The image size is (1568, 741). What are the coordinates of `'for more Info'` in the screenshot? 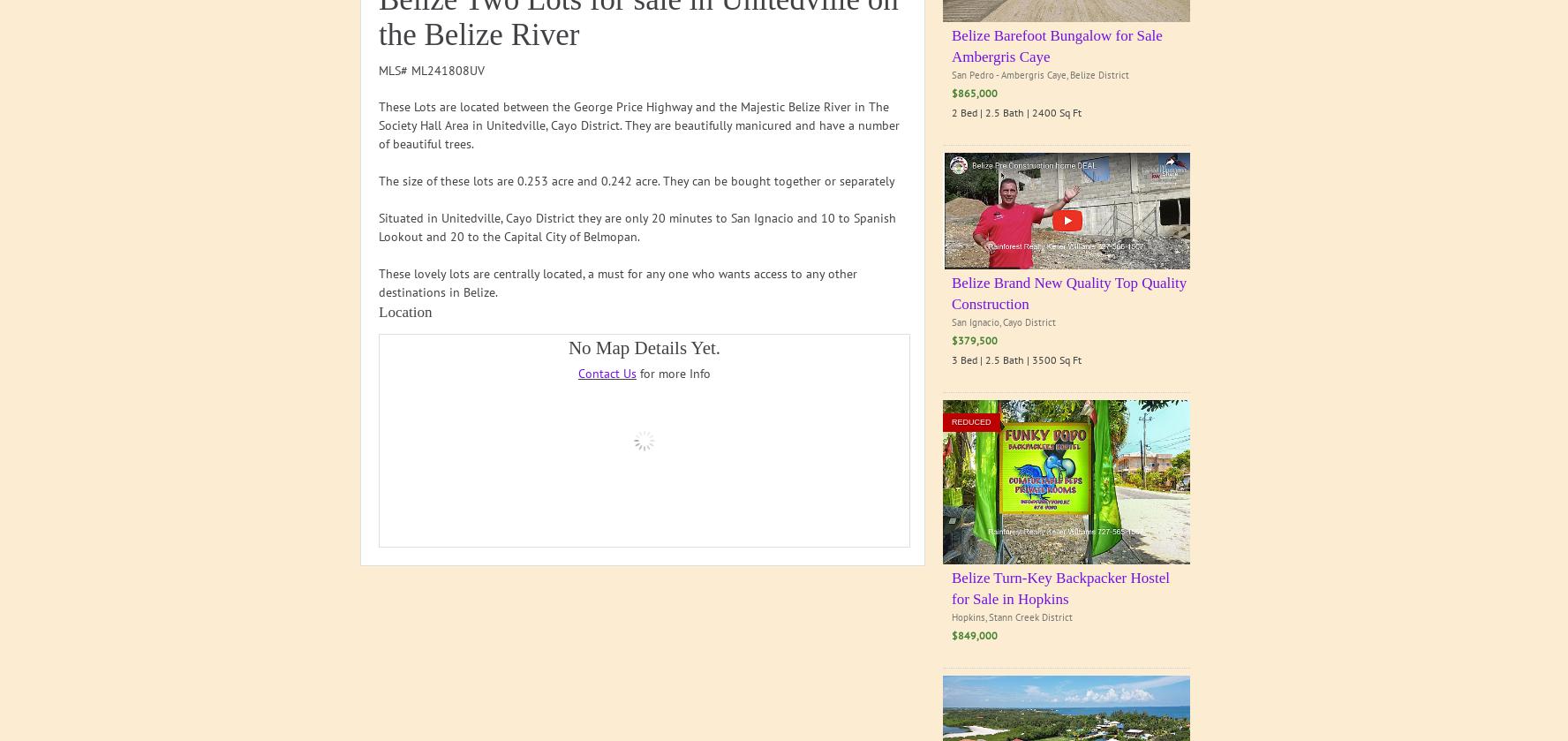 It's located at (672, 373).